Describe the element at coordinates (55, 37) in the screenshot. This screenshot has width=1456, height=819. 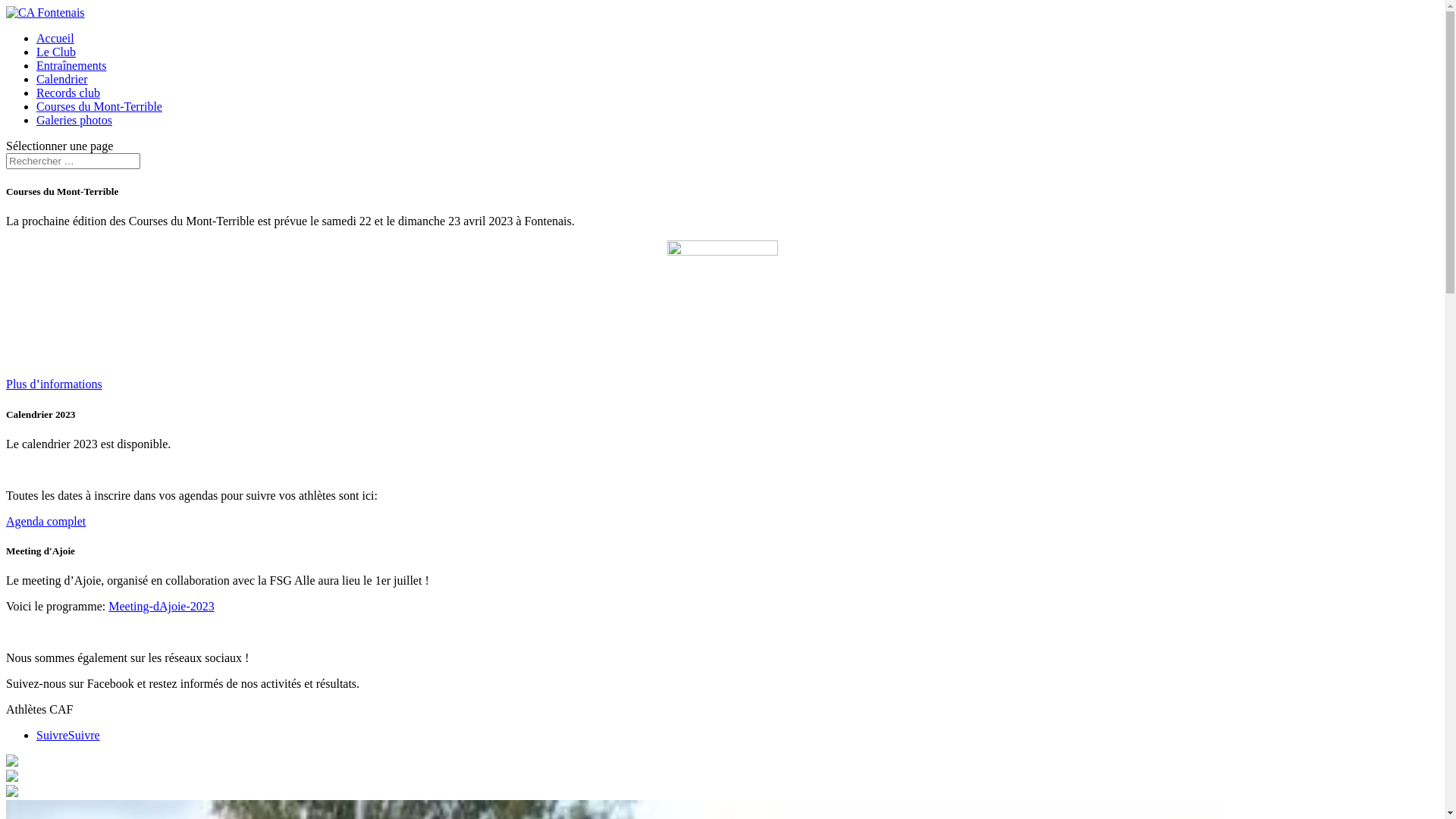
I see `'Accueil'` at that location.